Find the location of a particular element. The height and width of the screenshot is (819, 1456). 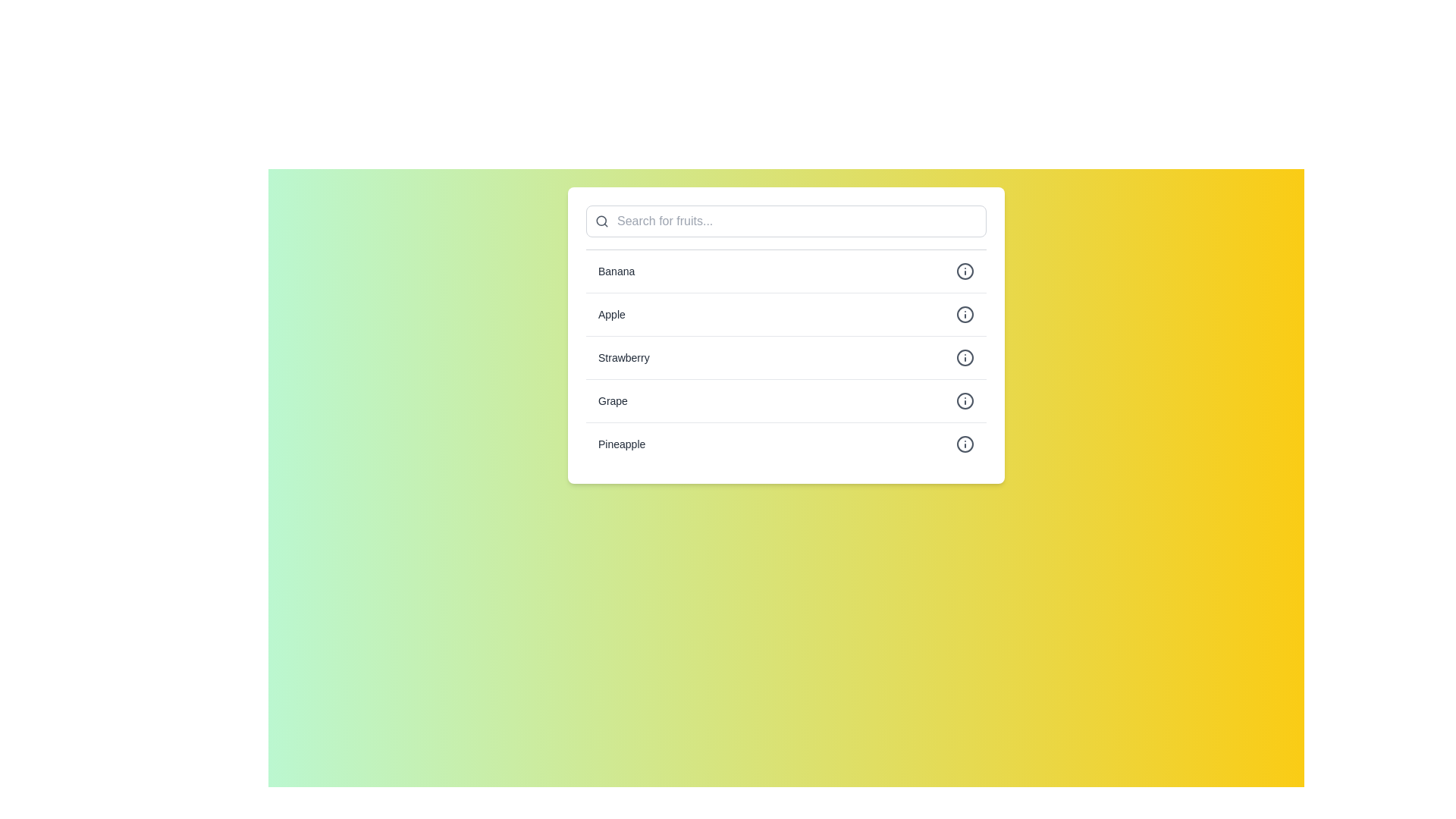

the Text label that represents the item 'Grape' in the vertical list within the card-like UI is located at coordinates (613, 400).